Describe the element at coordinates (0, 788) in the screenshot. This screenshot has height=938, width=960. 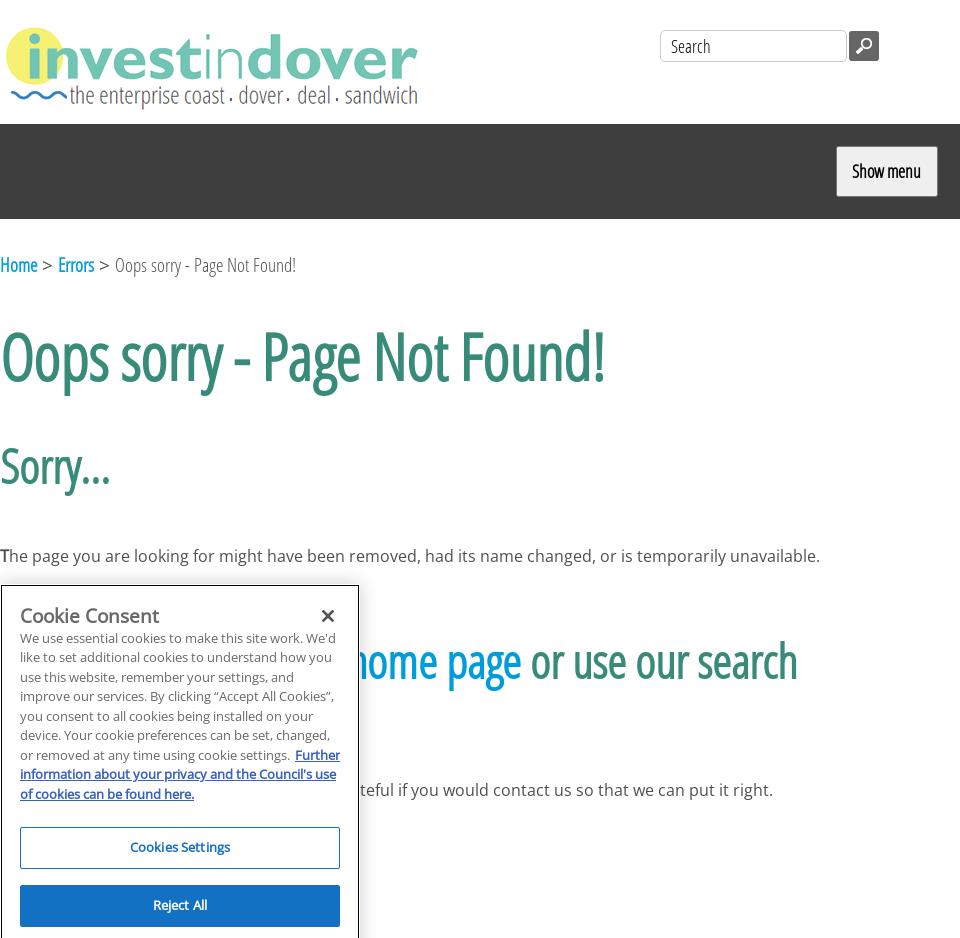
I see `'If you have found an error we would be very grateful if you would contact us so that we can put it right.'` at that location.